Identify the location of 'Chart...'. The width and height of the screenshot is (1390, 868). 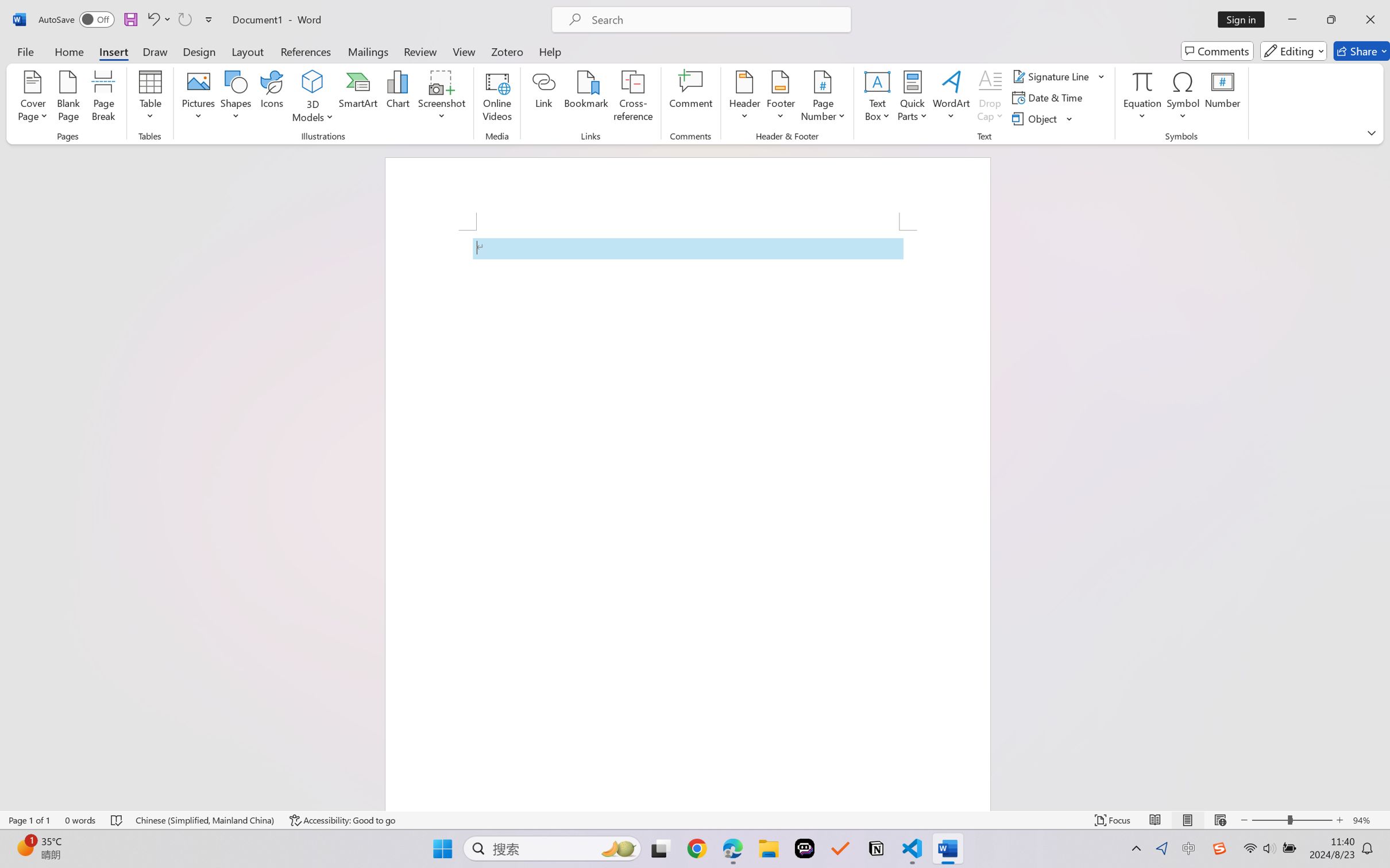
(397, 98).